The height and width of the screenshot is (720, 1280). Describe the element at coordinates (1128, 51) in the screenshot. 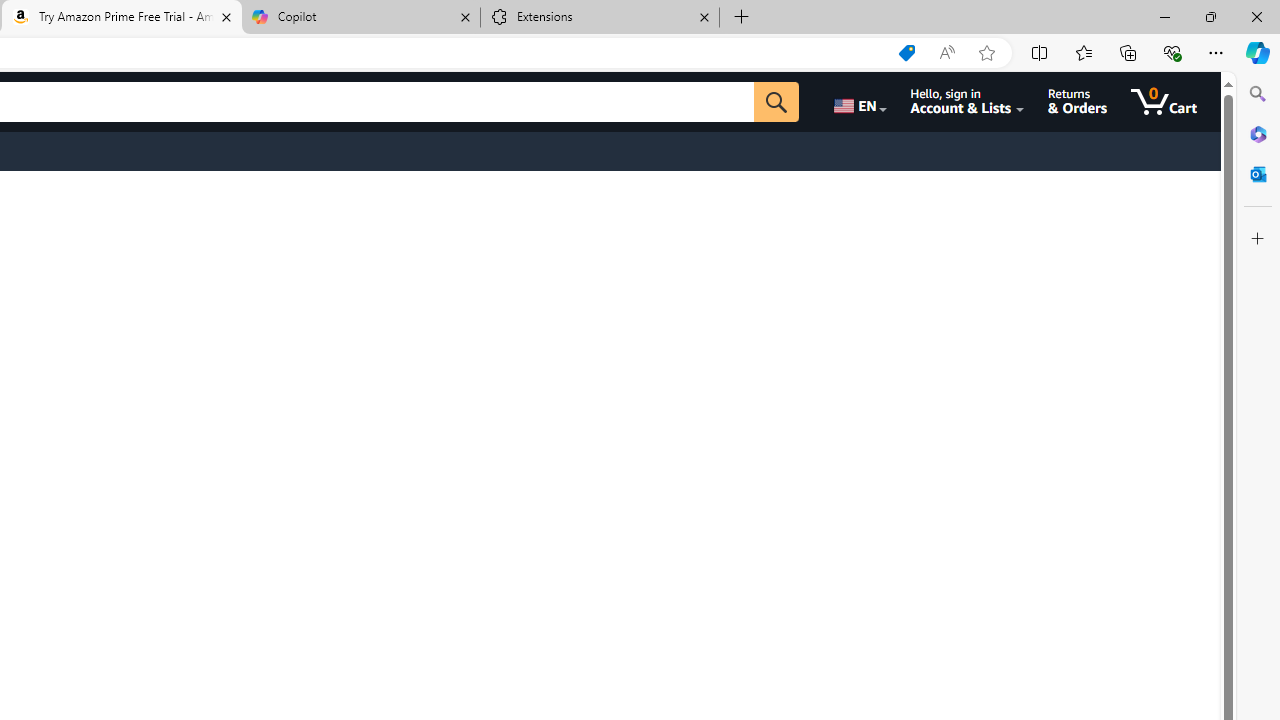

I see `'Collections'` at that location.